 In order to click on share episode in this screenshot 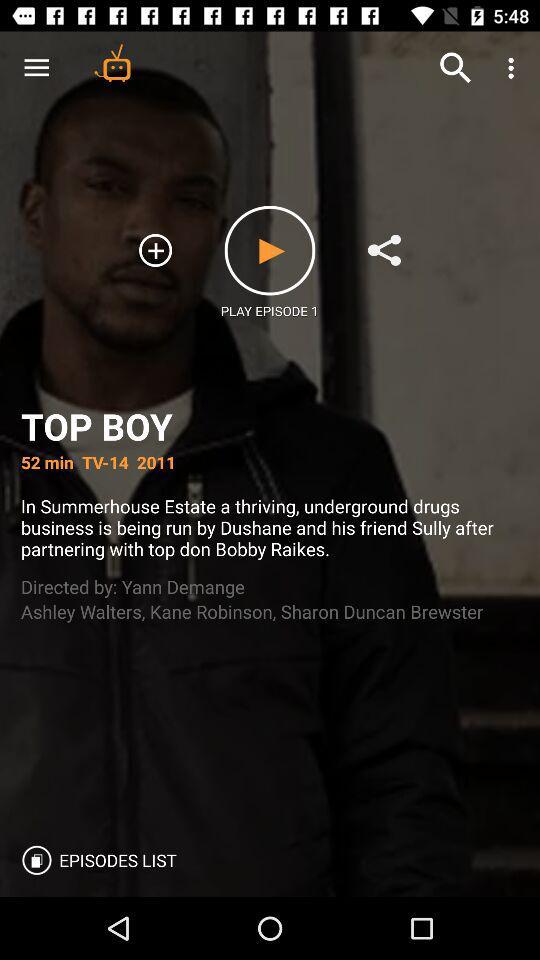, I will do `click(384, 249)`.